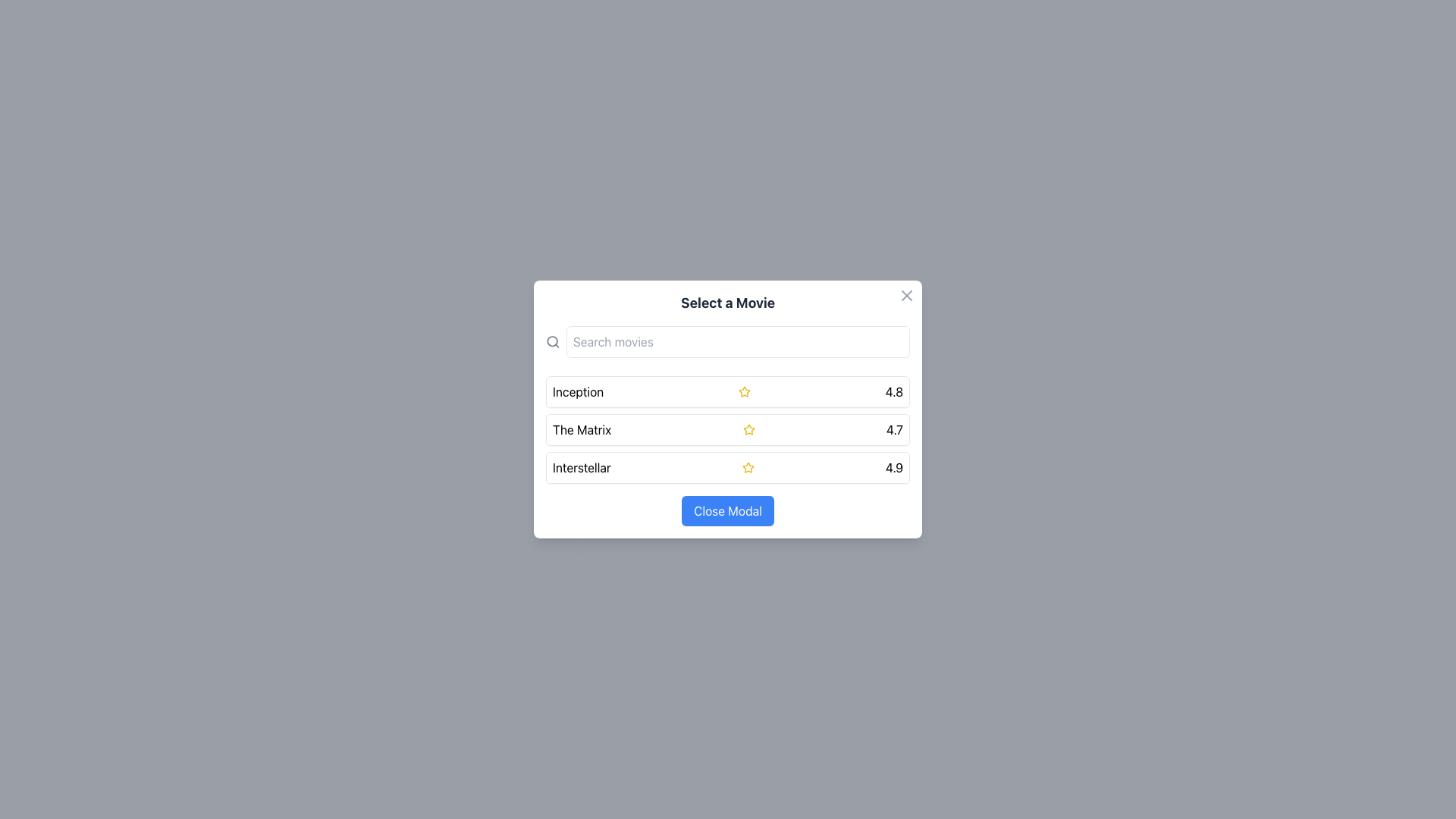 The height and width of the screenshot is (819, 1456). What do you see at coordinates (906, 295) in the screenshot?
I see `the 'Close Modal' button located at the top-right corner of the modal dialog with the title 'Select a Movie' to trigger visual feedback` at bounding box center [906, 295].